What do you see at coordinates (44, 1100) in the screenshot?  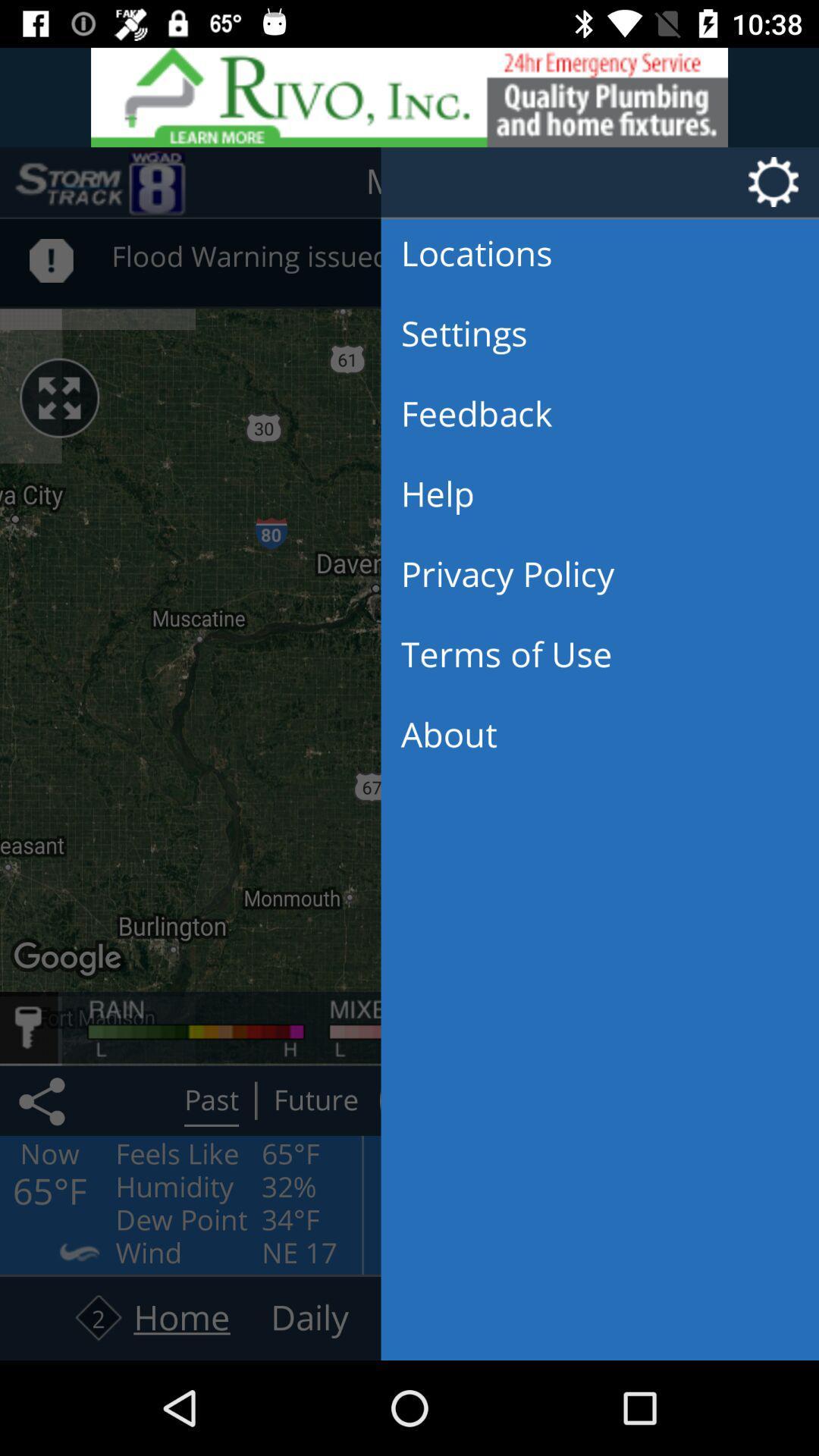 I see `the share icon` at bounding box center [44, 1100].